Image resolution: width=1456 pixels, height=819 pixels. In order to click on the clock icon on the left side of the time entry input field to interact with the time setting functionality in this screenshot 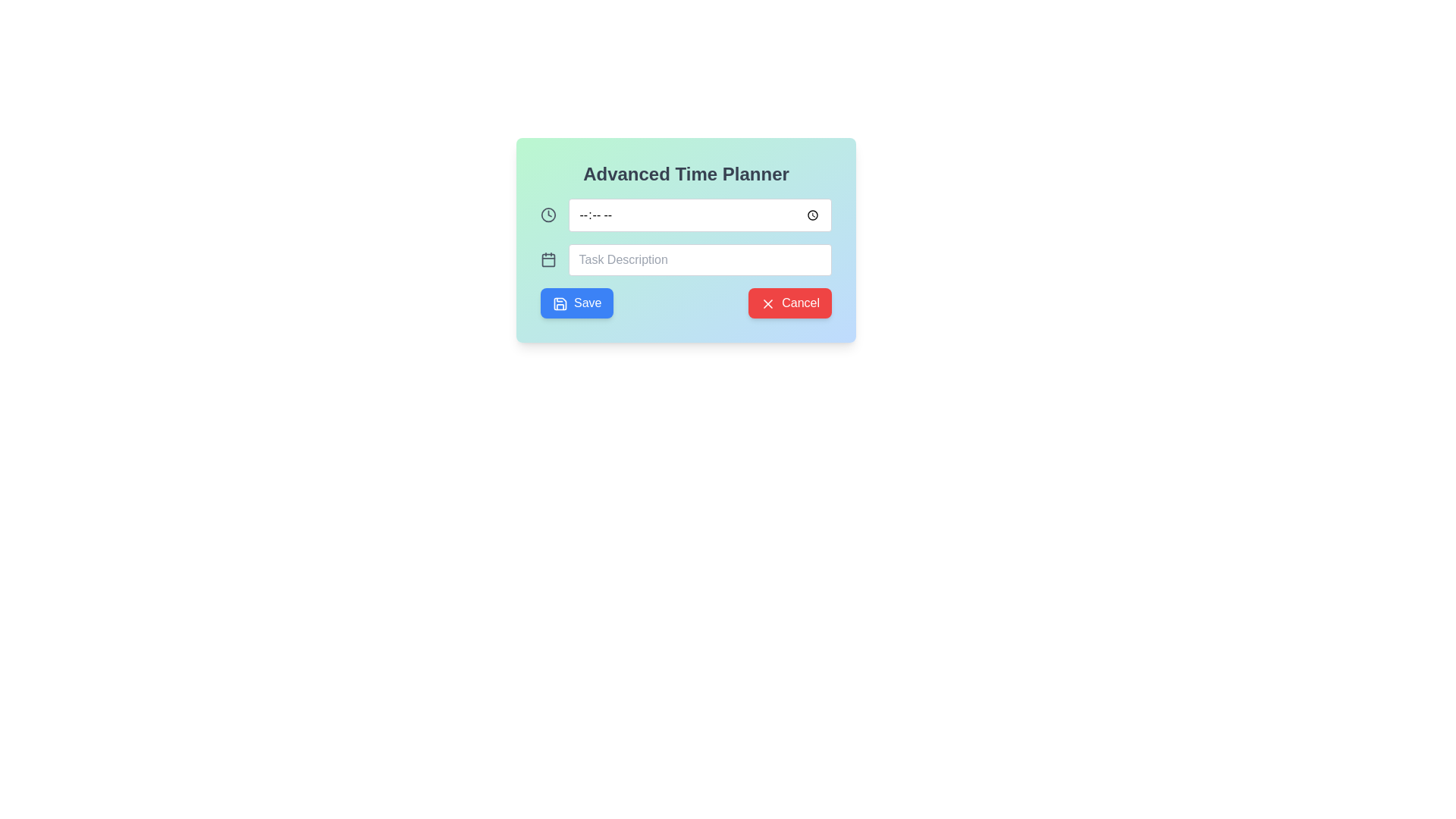, I will do `click(548, 215)`.